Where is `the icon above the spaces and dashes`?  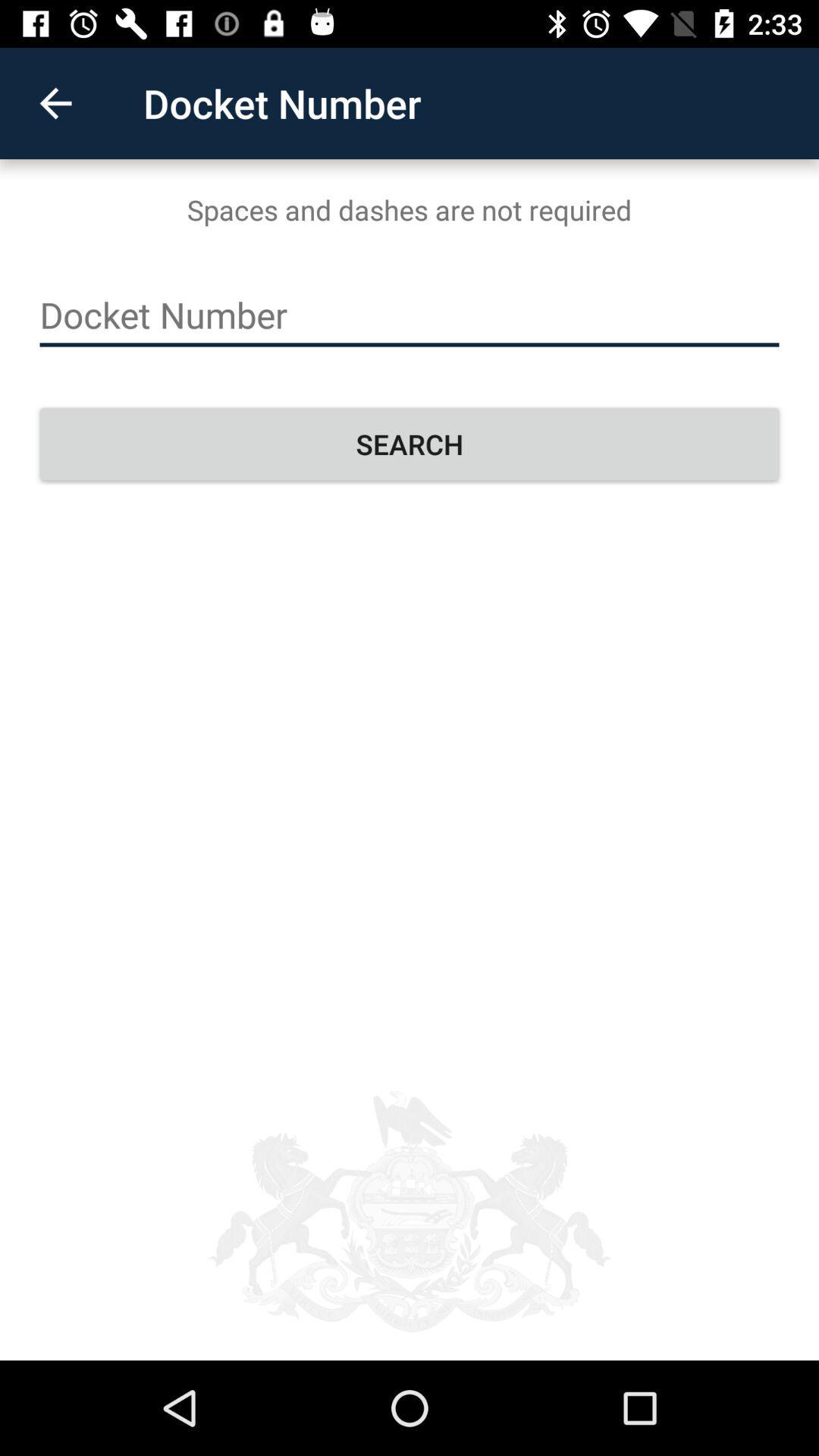
the icon above the spaces and dashes is located at coordinates (55, 102).